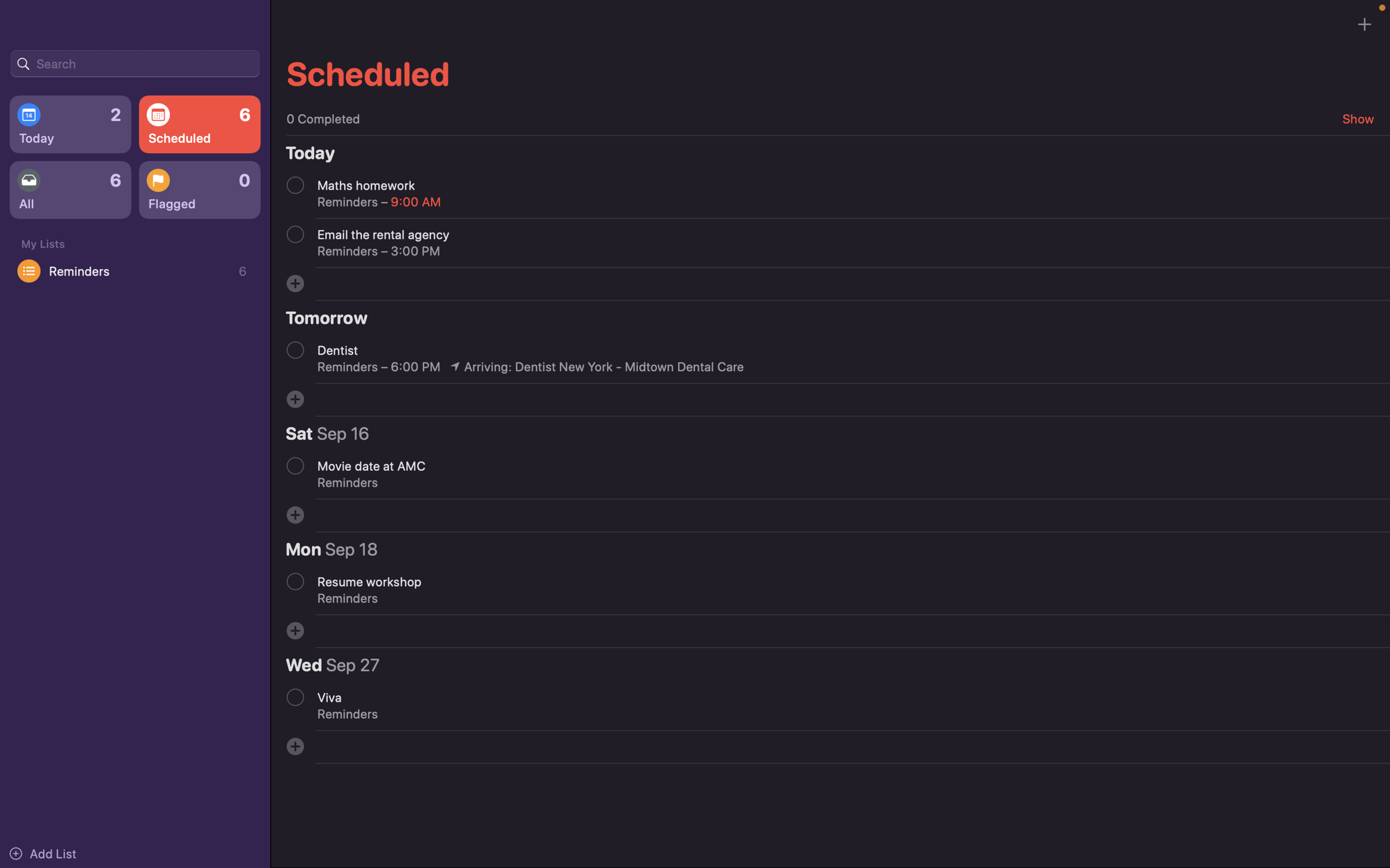 The height and width of the screenshot is (868, 1390). Describe the element at coordinates (295, 282) in the screenshot. I see `Schedule a client meeting for the coming week` at that location.